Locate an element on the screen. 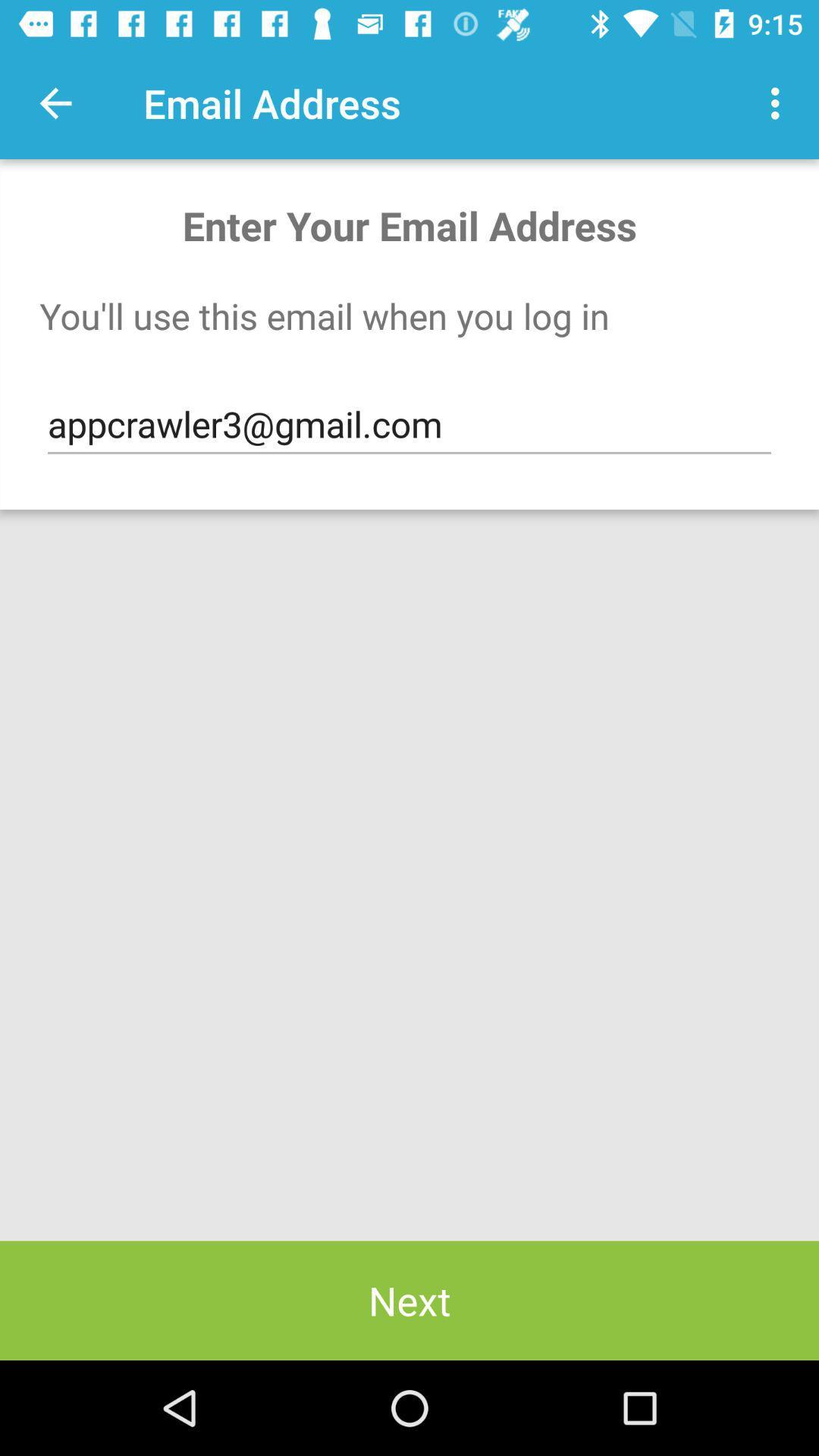 The image size is (819, 1456). icon above the enter your email icon is located at coordinates (55, 102).